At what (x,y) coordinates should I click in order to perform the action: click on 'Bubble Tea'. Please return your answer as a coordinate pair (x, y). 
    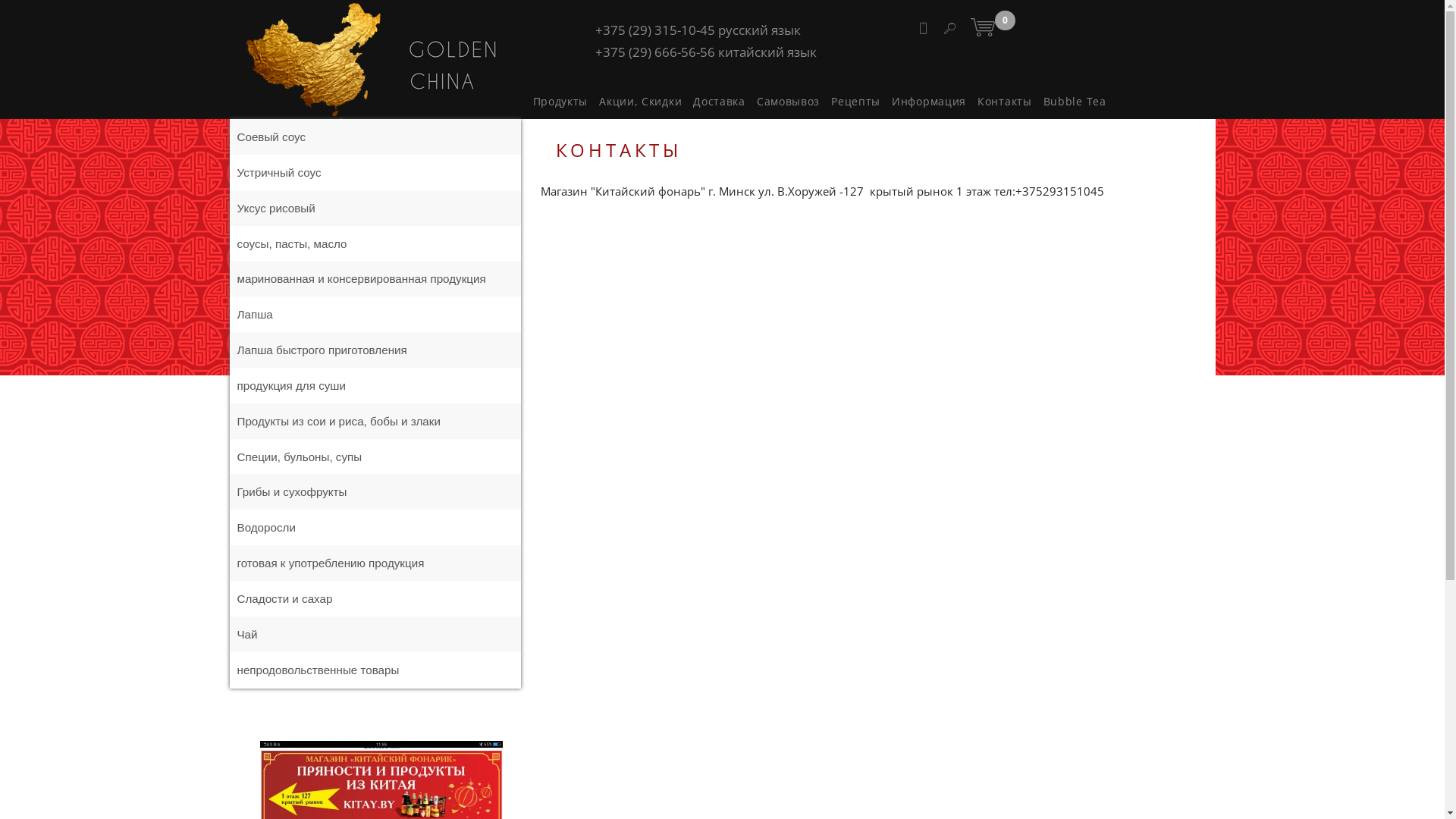
    Looking at the image, I should click on (1074, 102).